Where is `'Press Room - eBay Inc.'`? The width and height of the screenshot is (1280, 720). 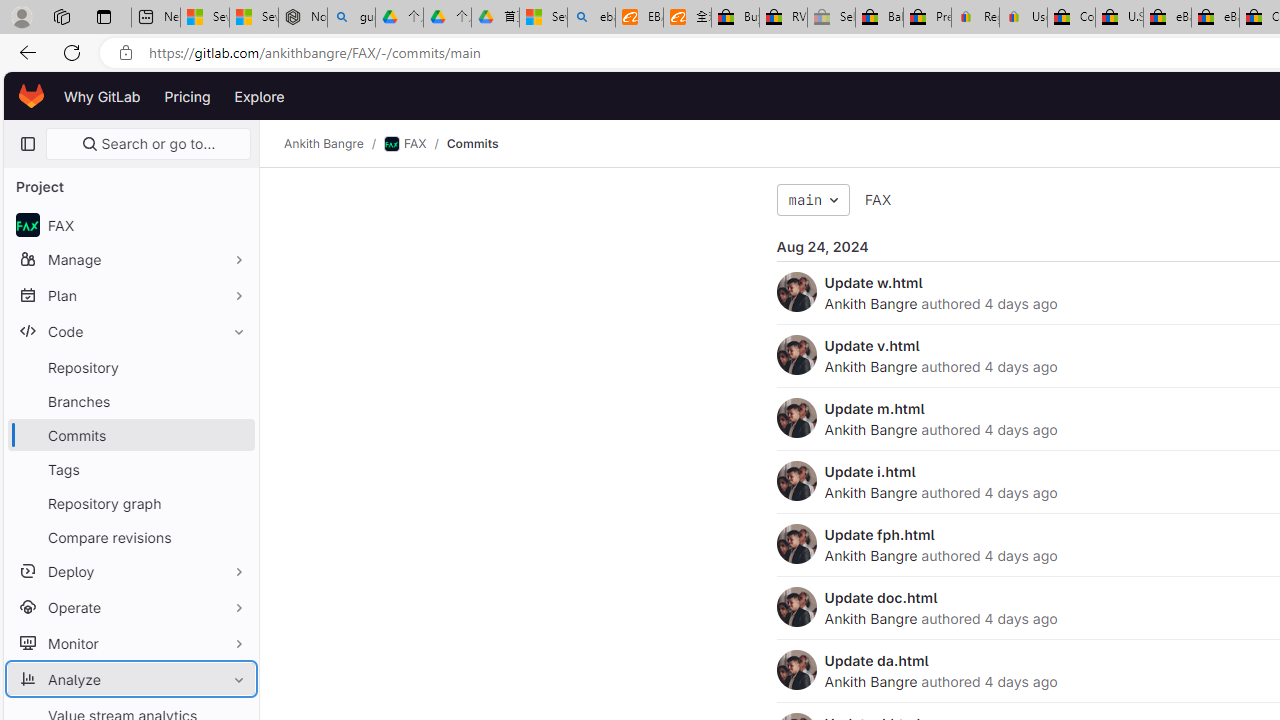 'Press Room - eBay Inc.' is located at coordinates (926, 17).